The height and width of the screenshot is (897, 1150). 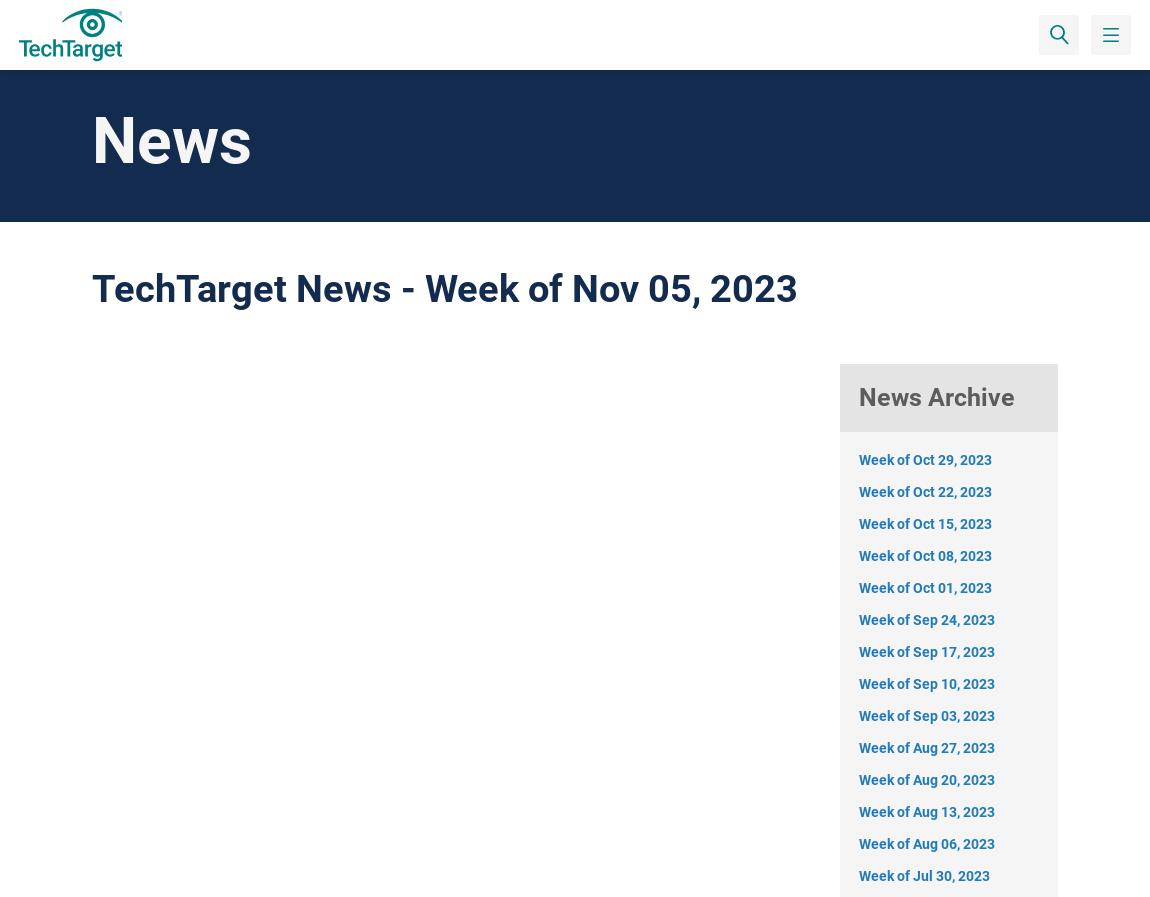 I want to click on 'Week of Sep 10, 2023', so click(x=927, y=682).